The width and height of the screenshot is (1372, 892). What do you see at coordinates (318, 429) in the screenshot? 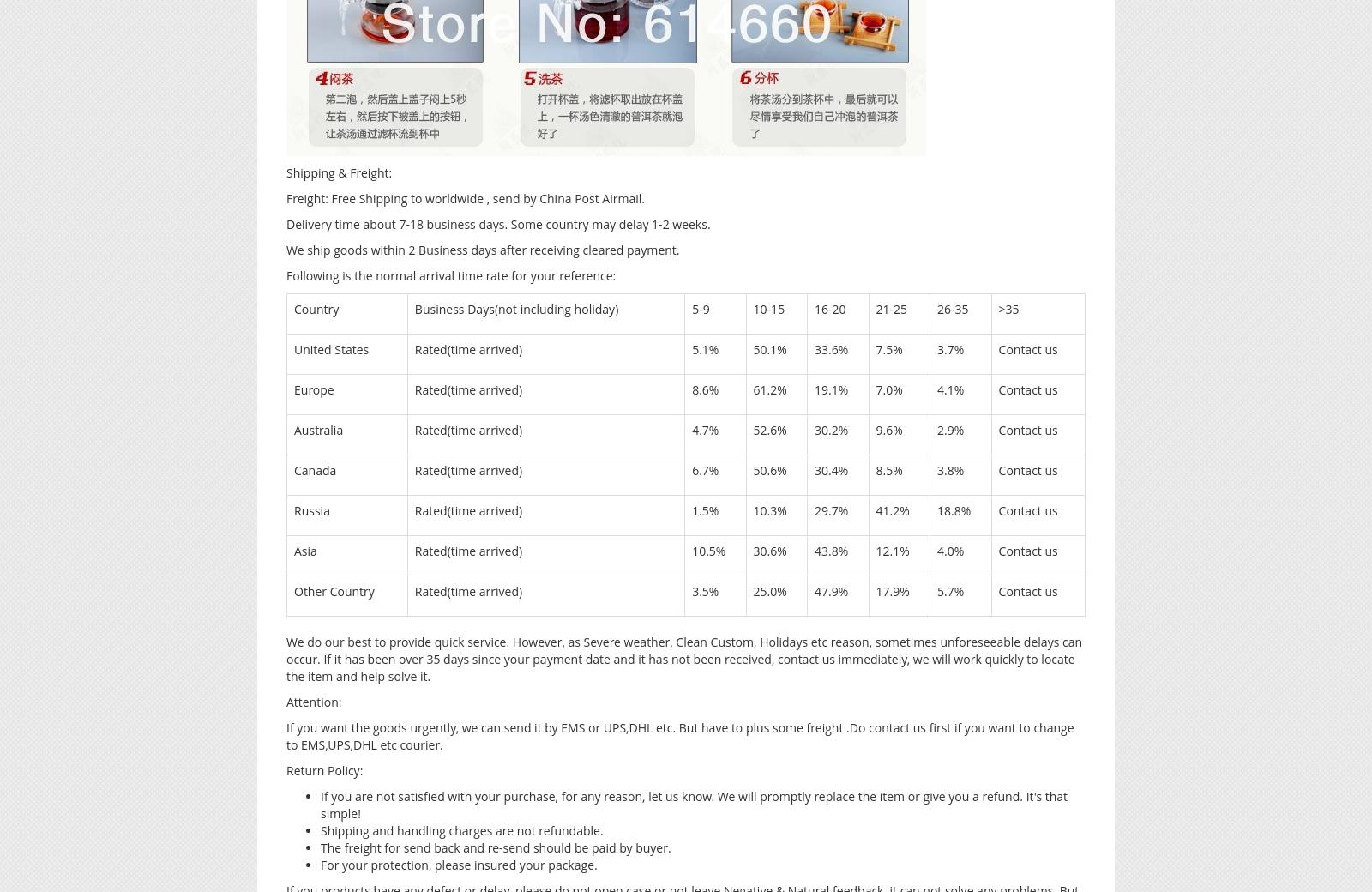
I see `'Australia'` at bounding box center [318, 429].